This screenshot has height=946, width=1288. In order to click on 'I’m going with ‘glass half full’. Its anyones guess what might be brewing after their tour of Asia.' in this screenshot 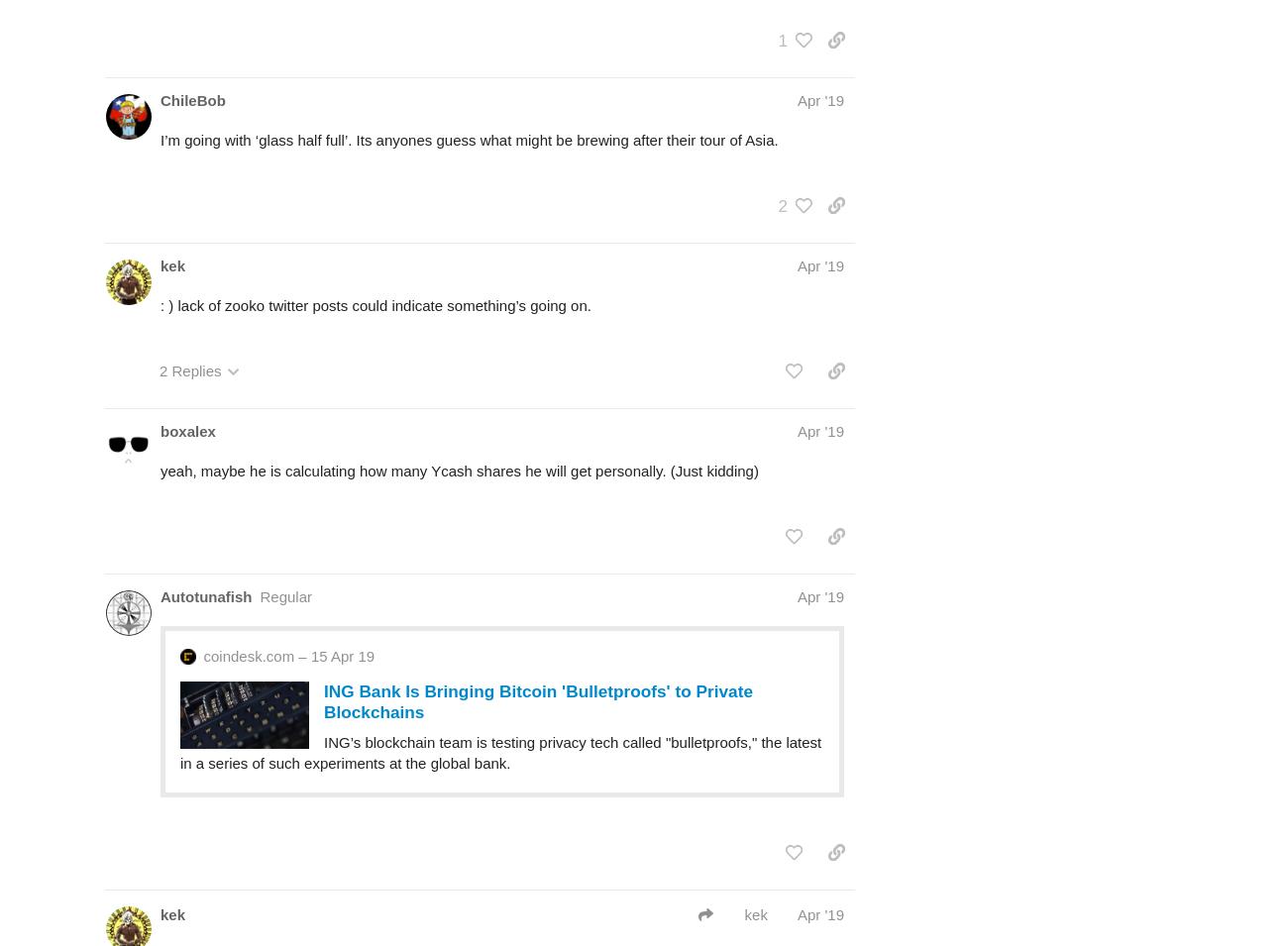, I will do `click(468, 138)`.